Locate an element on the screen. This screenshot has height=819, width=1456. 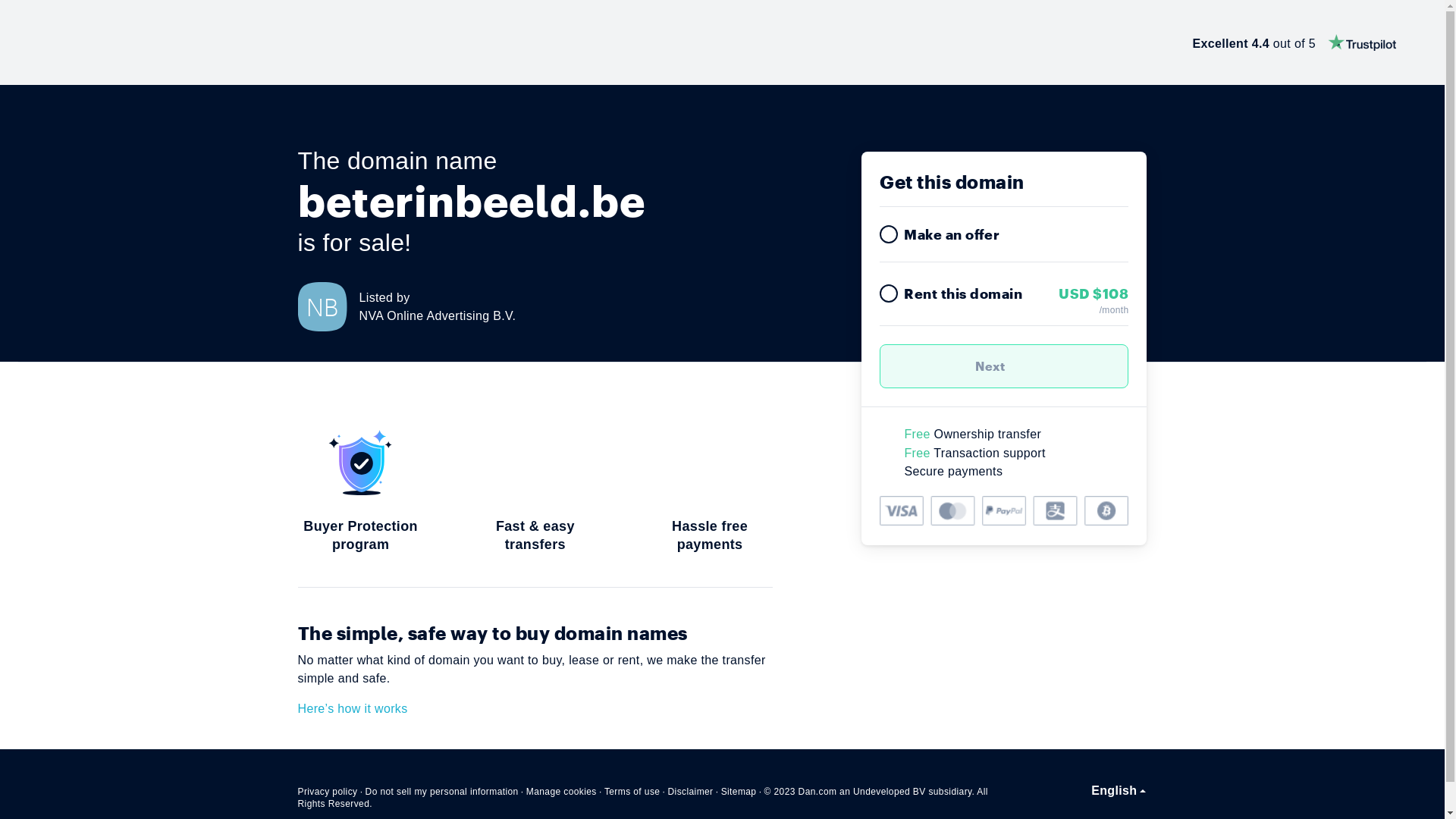
'Next is located at coordinates (1004, 366).